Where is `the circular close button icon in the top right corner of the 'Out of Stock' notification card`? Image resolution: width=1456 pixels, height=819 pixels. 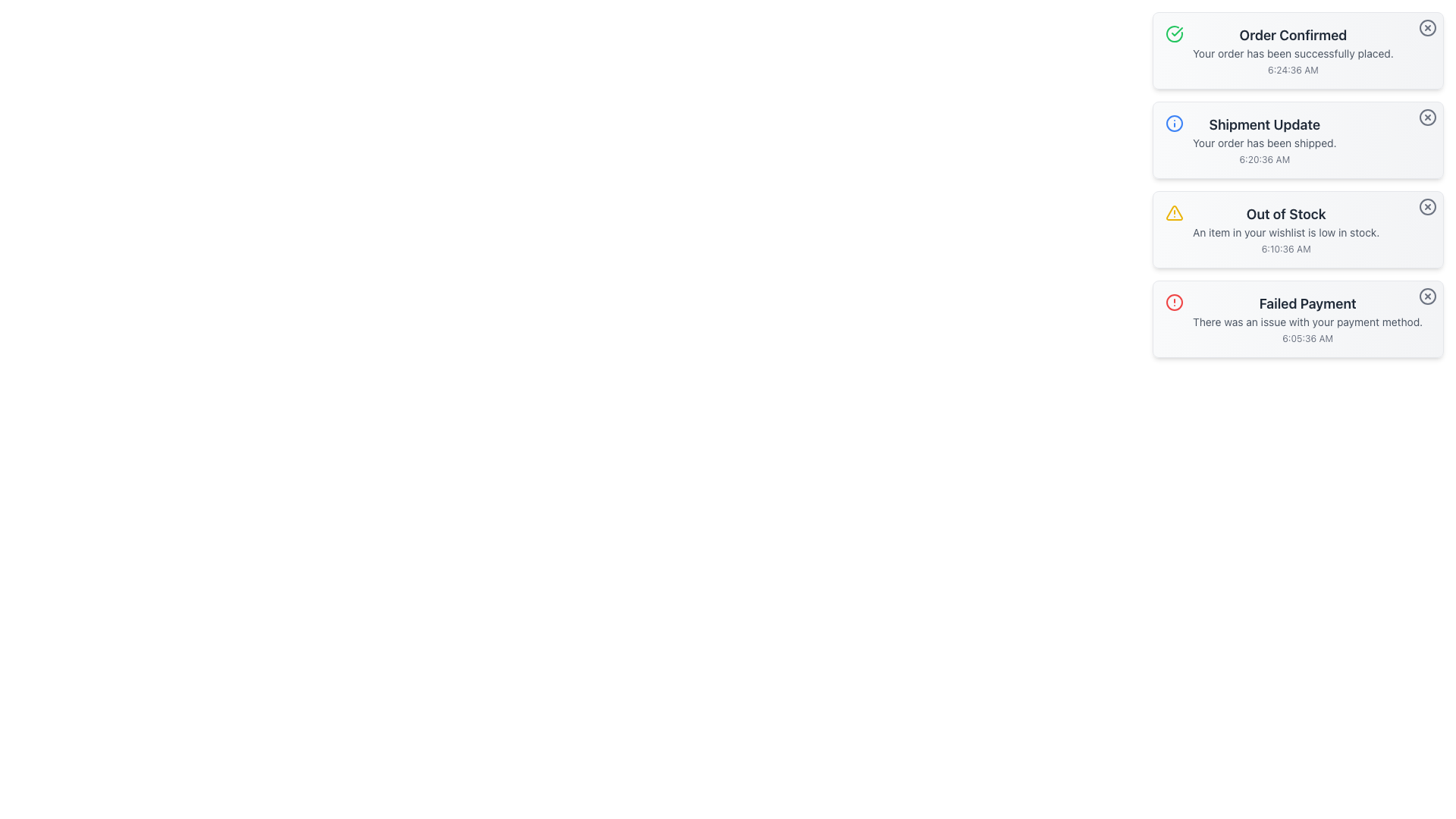 the circular close button icon in the top right corner of the 'Out of Stock' notification card is located at coordinates (1426, 207).